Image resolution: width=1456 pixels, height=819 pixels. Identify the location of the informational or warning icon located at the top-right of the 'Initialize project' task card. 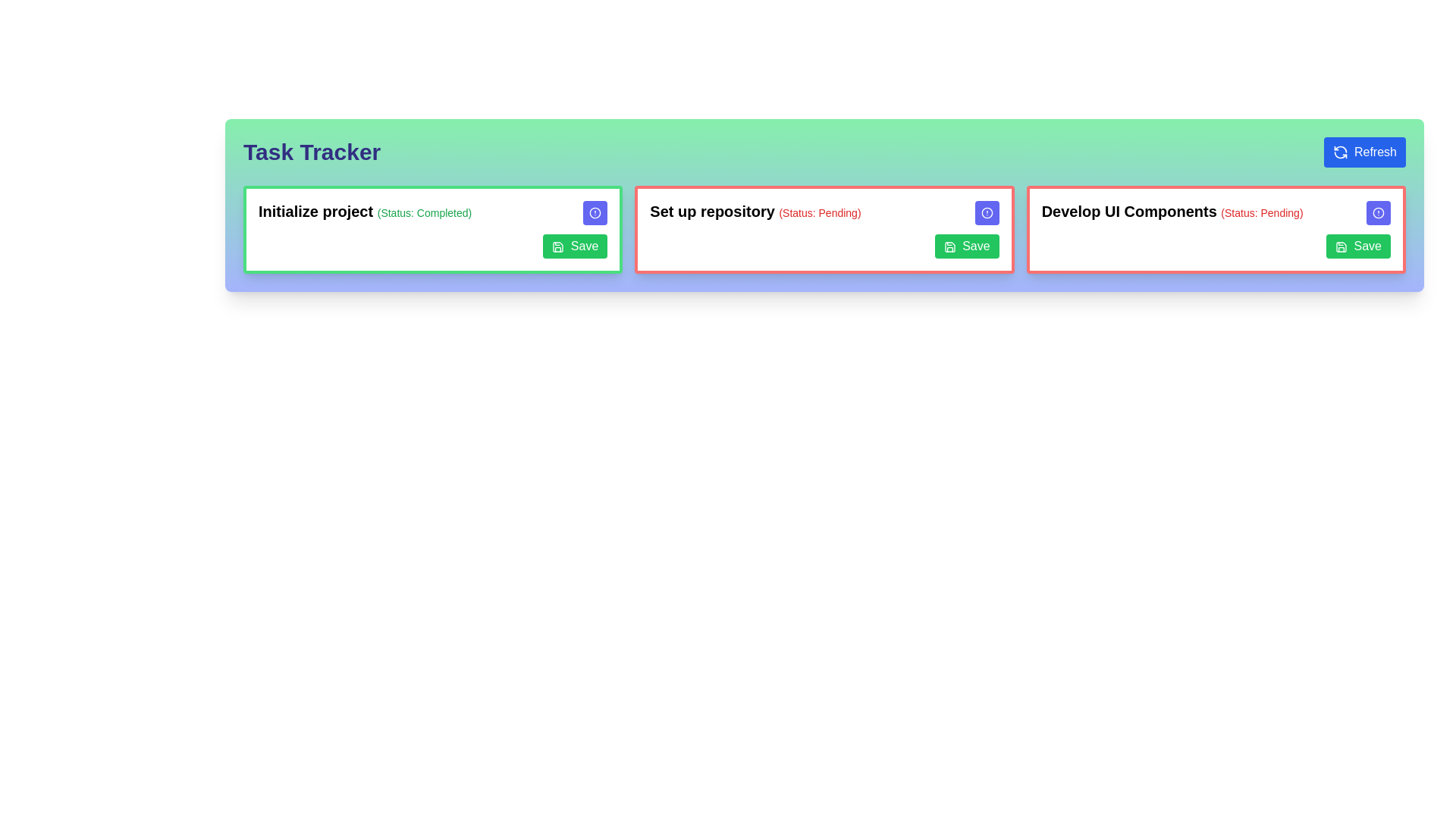
(595, 213).